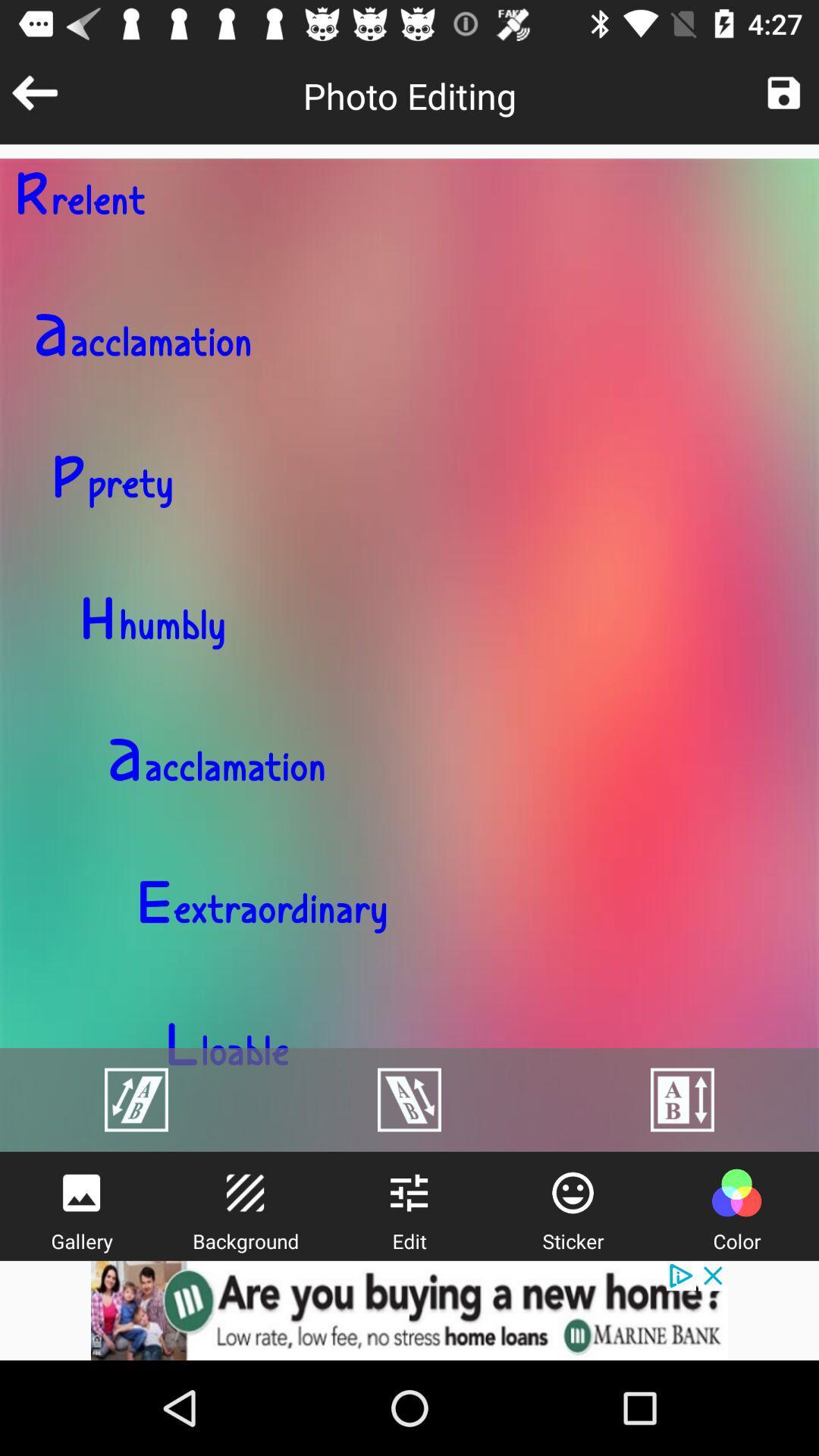 The image size is (819, 1456). I want to click on go back, so click(34, 92).